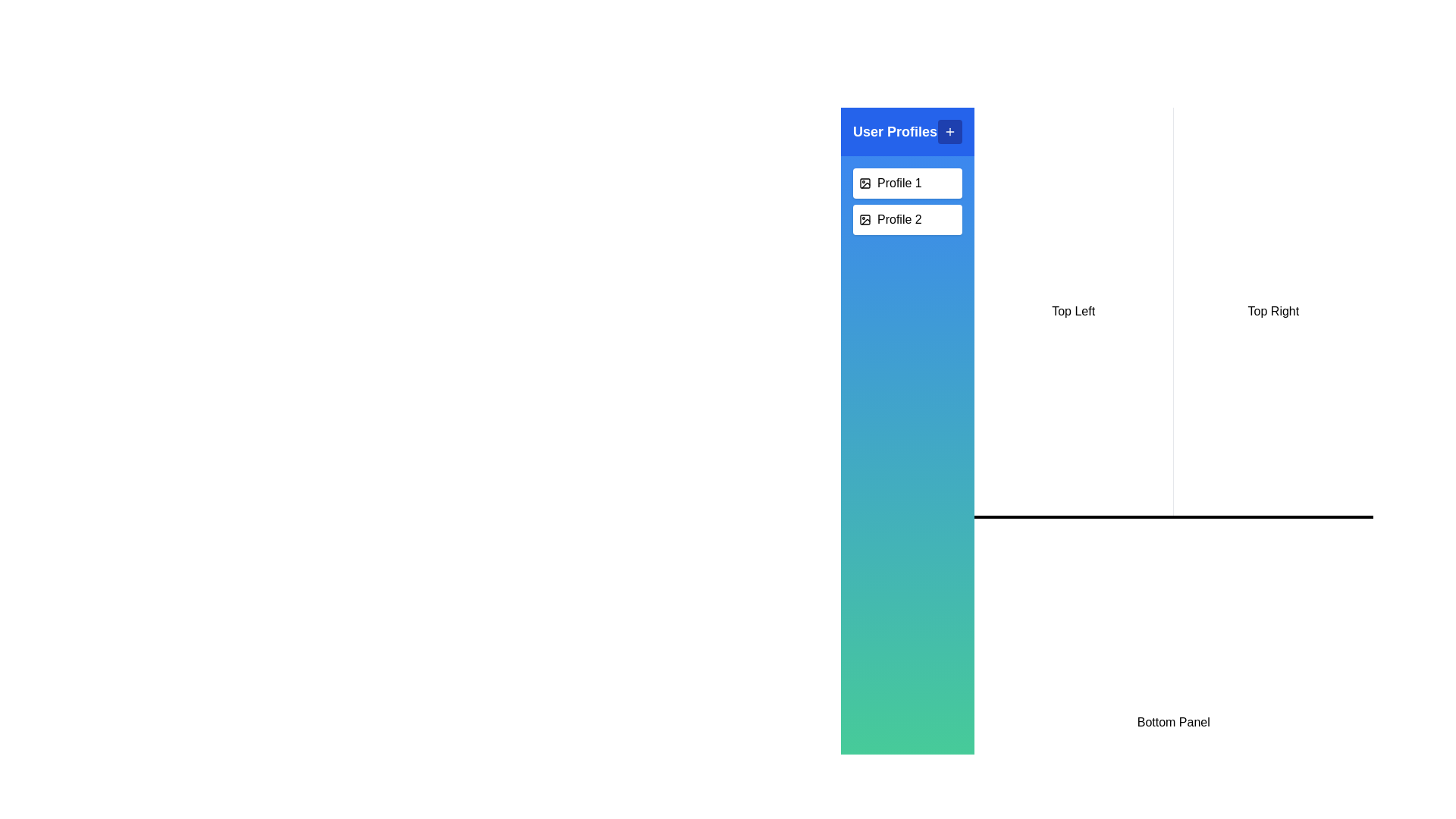 The height and width of the screenshot is (819, 1456). I want to click on the rounded rectangle graphical canvas located in the top-left position of the photo icon next to 'Profile 1', so click(865, 183).